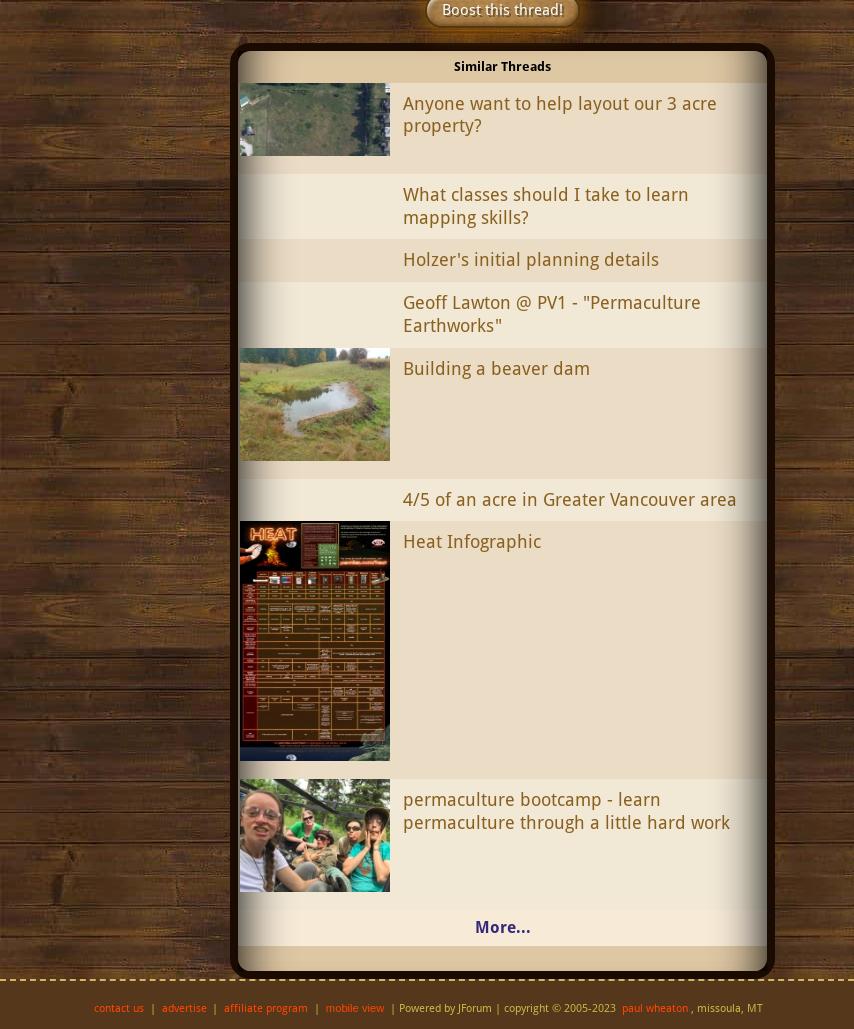 This screenshot has height=1029, width=854. What do you see at coordinates (503, 1007) in the screenshot?
I see `'| Powered by JForum | copyright © 2005-2023'` at bounding box center [503, 1007].